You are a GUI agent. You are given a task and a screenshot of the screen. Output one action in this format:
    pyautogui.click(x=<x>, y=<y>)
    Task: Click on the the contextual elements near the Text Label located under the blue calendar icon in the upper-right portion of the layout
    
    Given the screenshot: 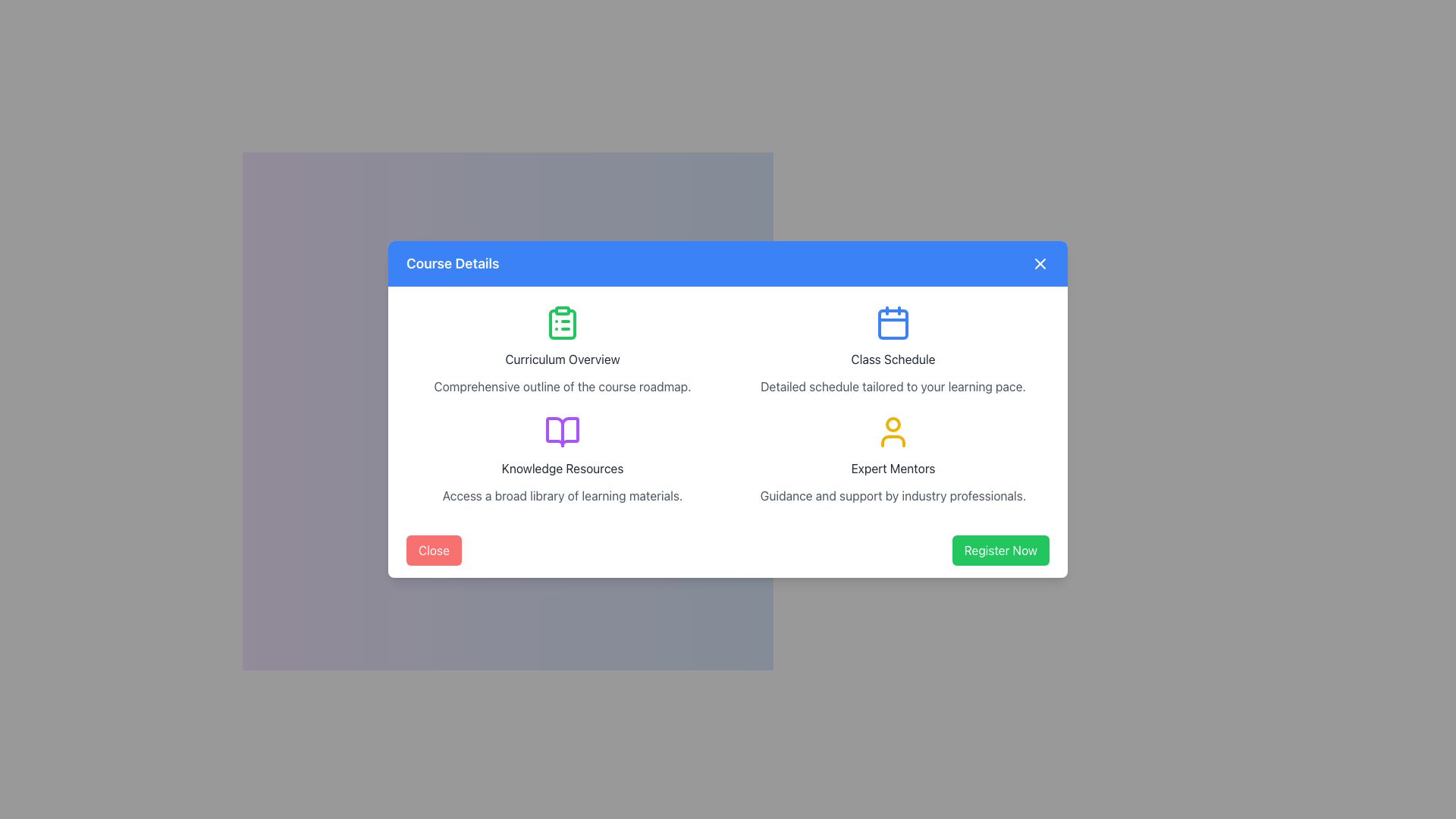 What is the action you would take?
    pyautogui.click(x=893, y=359)
    